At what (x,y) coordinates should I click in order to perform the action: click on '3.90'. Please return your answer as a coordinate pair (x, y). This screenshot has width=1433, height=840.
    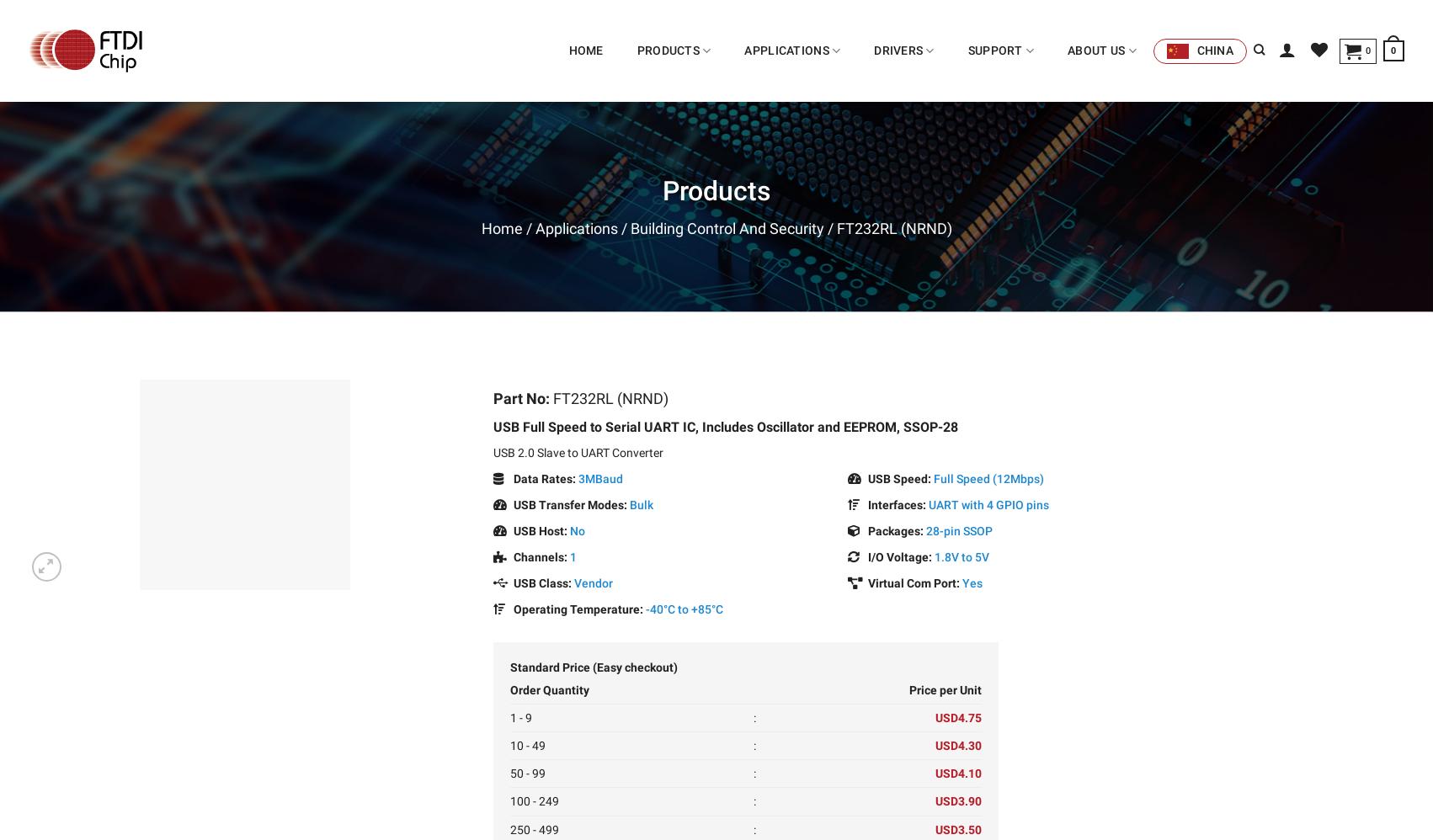
    Looking at the image, I should click on (969, 800).